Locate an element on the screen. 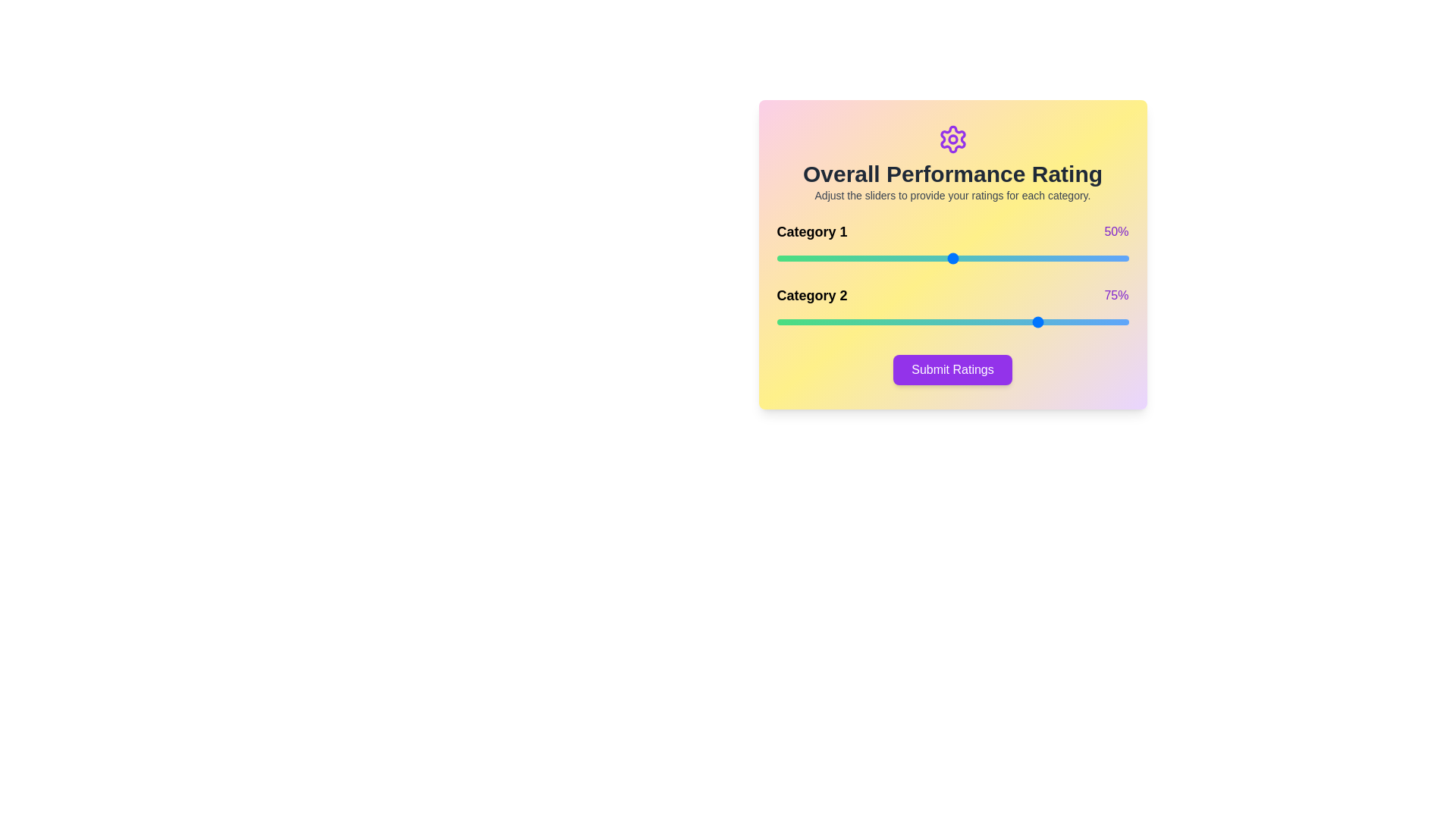  the slider for Category 2 to set its rating to 61% is located at coordinates (991, 321).